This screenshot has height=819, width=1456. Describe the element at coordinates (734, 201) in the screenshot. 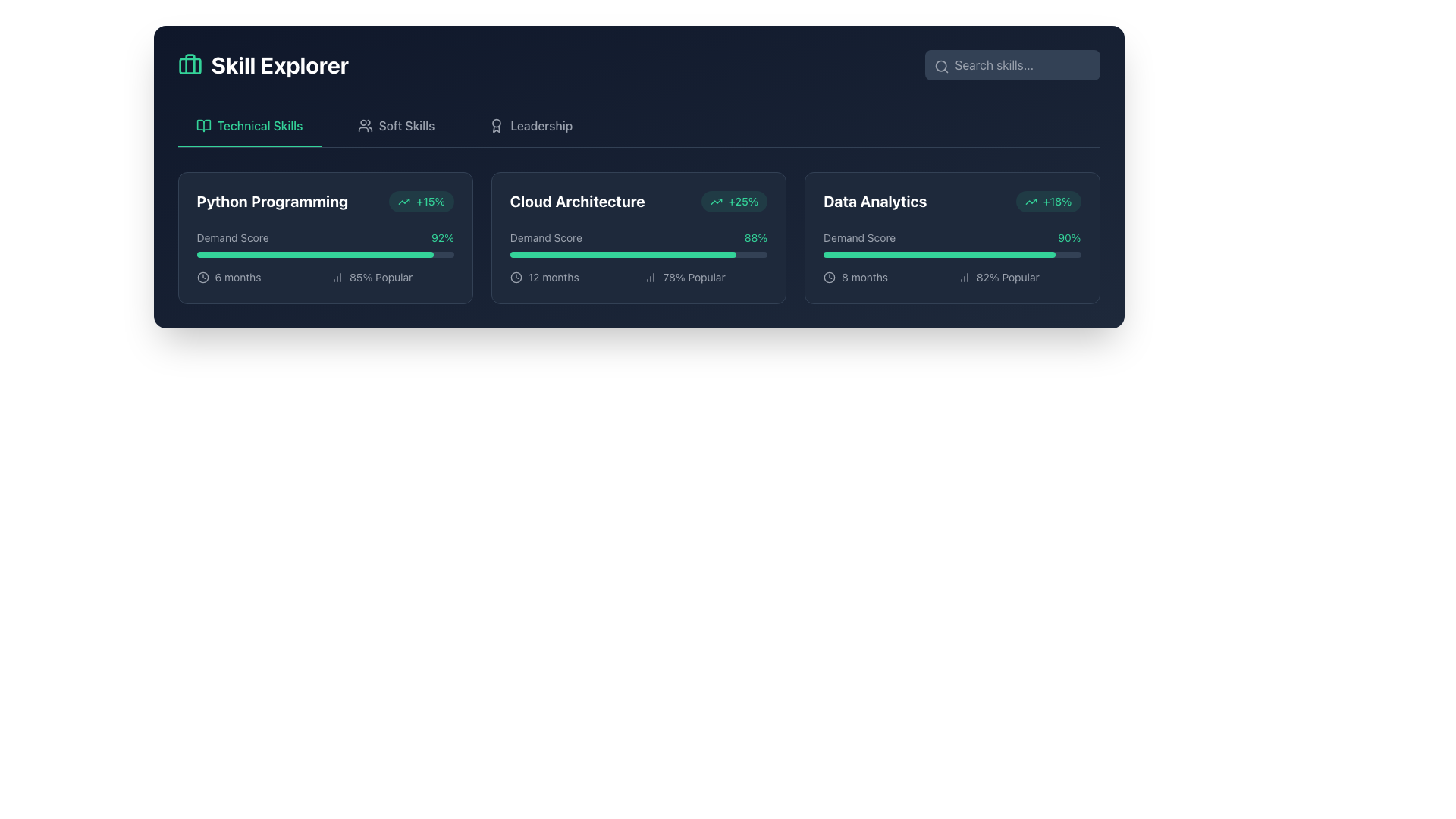

I see `the compact, pill-shaped badge with a soft green background displaying a '+' prefix and '25%', located in the top-right corner of the 'Cloud Architecture' section` at that location.